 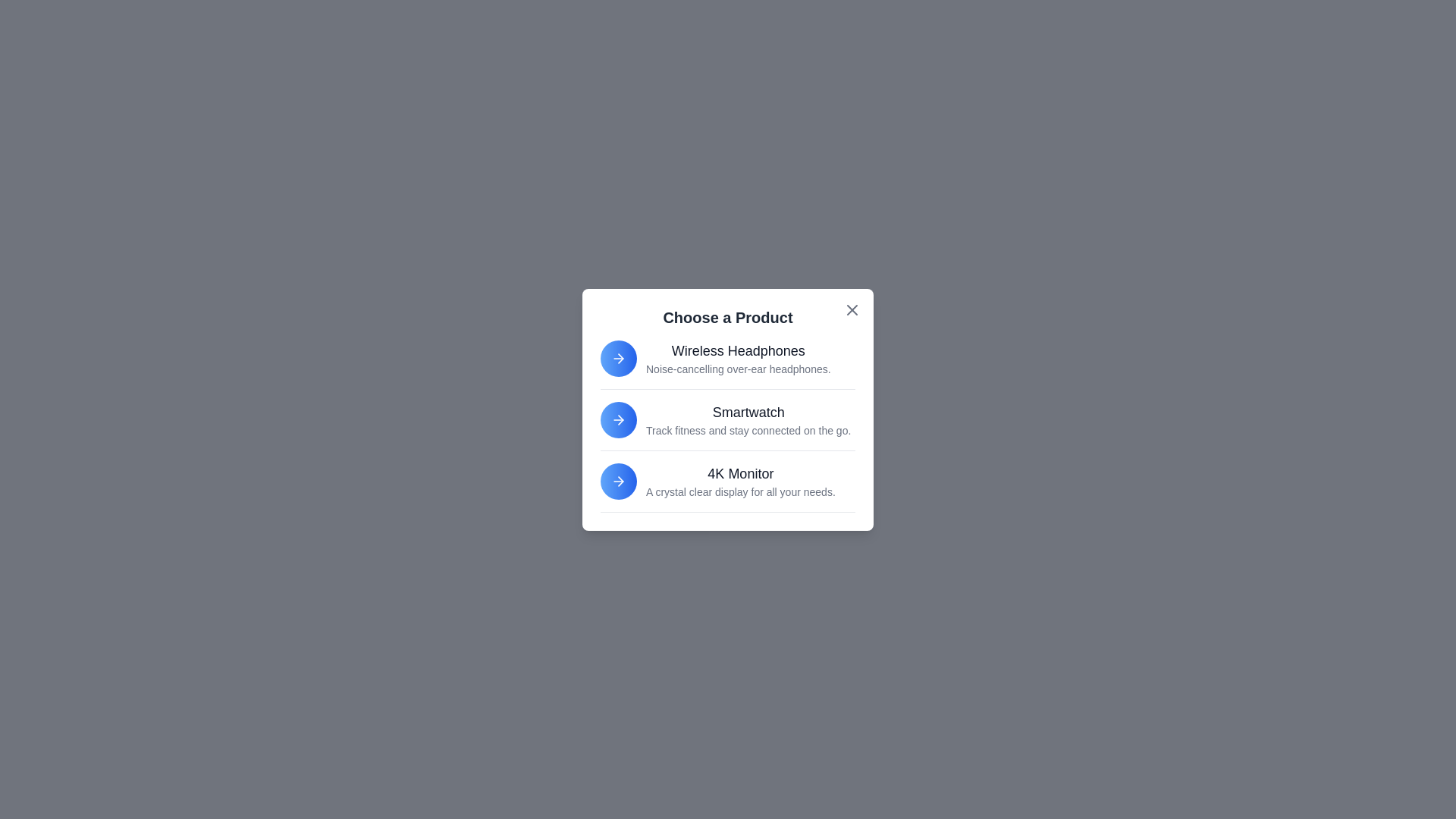 What do you see at coordinates (619, 481) in the screenshot?
I see `the button associated with the product 4K Monitor` at bounding box center [619, 481].